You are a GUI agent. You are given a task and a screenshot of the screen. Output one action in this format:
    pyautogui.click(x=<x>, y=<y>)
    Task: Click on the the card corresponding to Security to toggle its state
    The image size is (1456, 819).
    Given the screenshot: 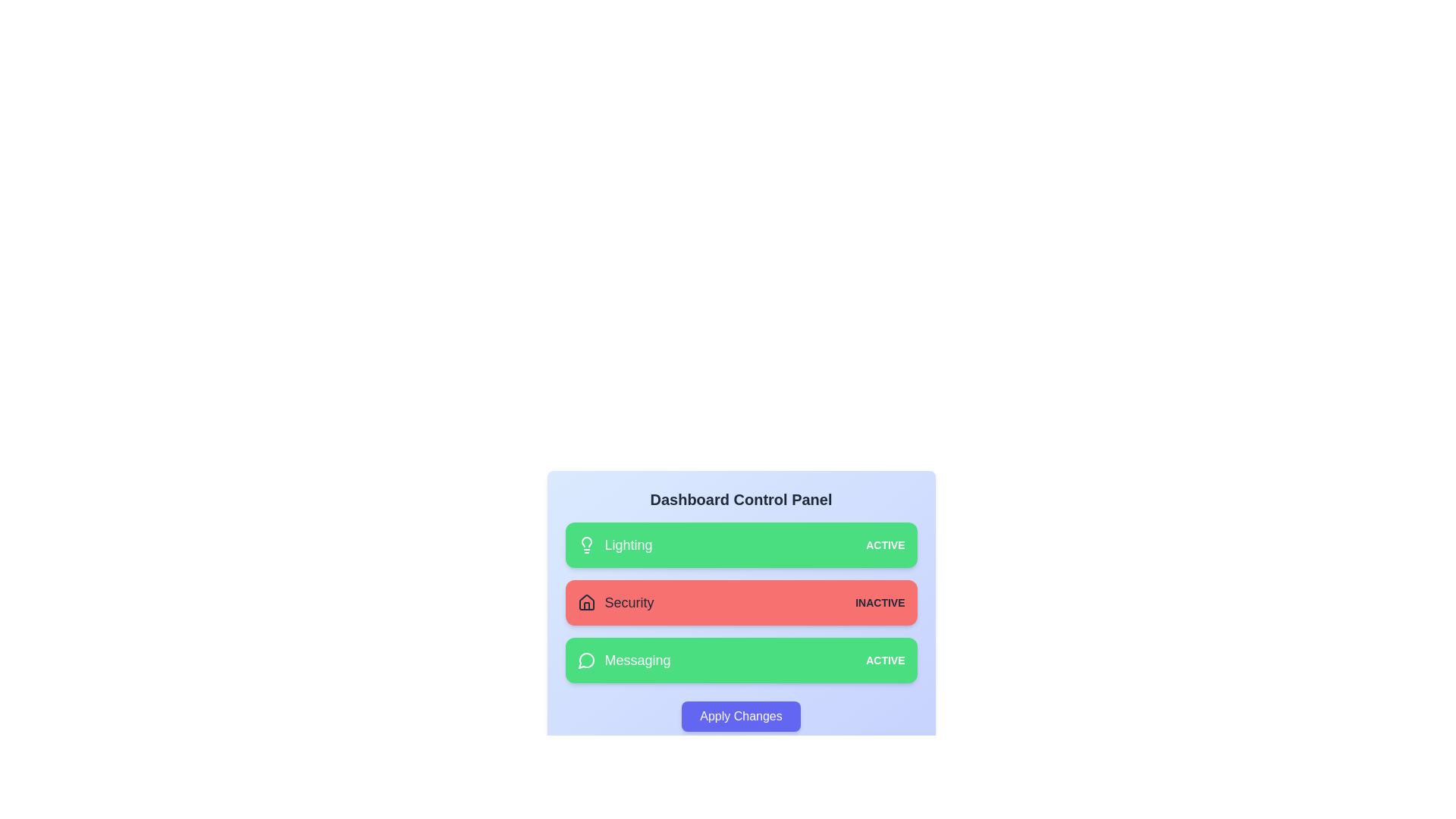 What is the action you would take?
    pyautogui.click(x=741, y=601)
    